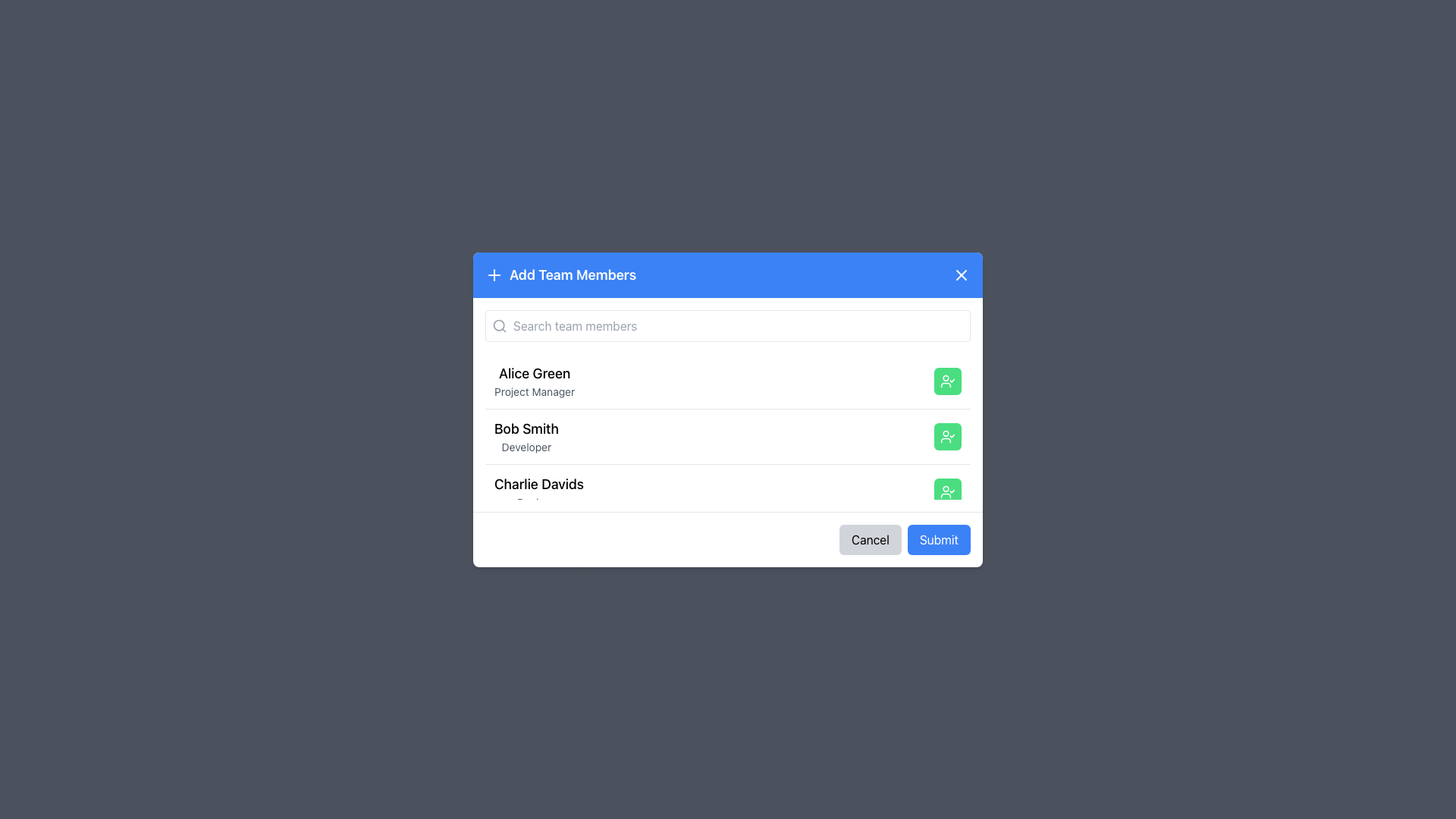 Image resolution: width=1456 pixels, height=819 pixels. What do you see at coordinates (728, 435) in the screenshot?
I see `the green button associated with the second team member in the list, located between 'Alice Green' and 'Charlie Davids', to interact with this member` at bounding box center [728, 435].